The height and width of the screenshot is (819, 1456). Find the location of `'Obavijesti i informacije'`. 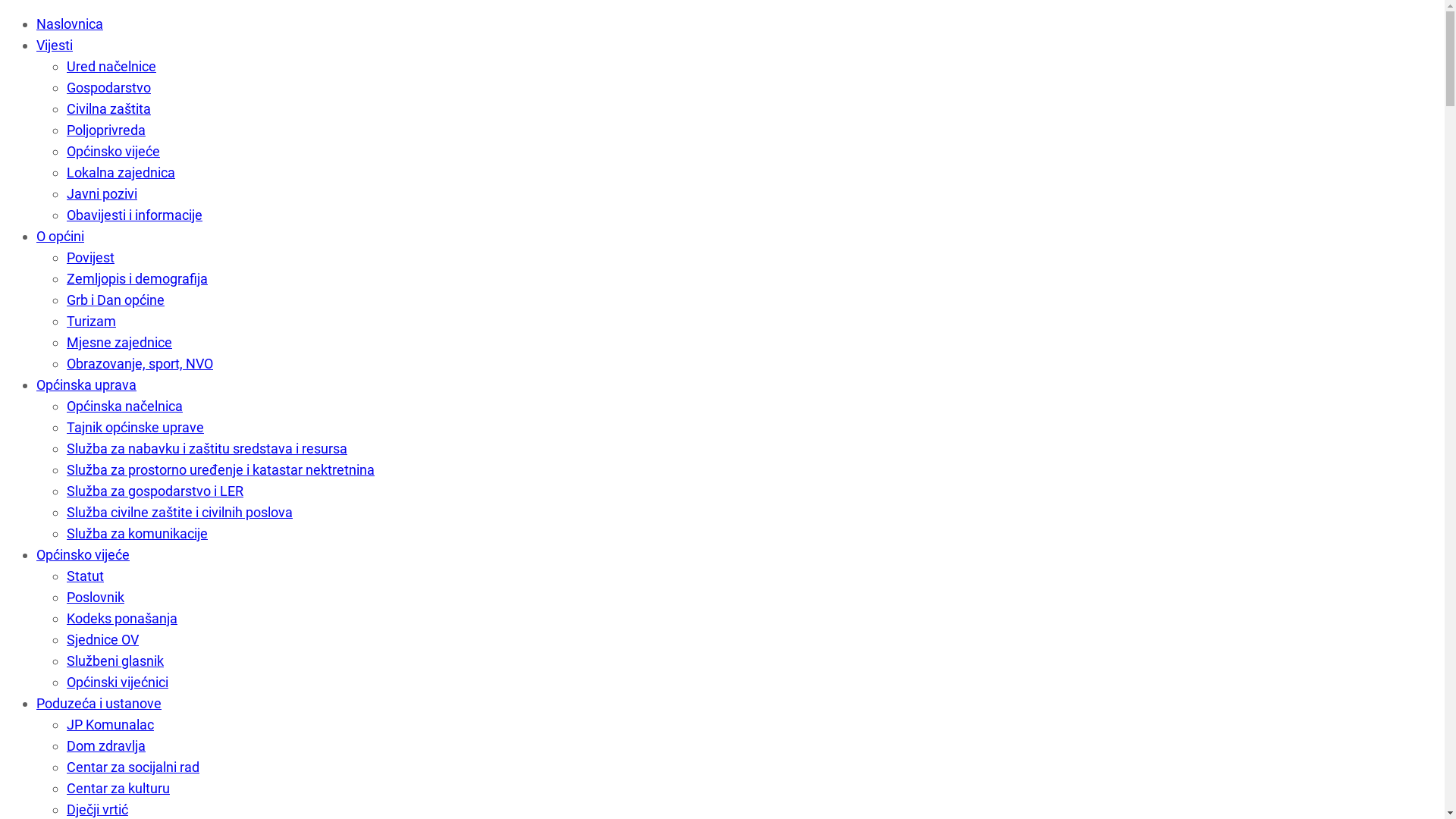

'Obavijesti i informacije' is located at coordinates (134, 215).